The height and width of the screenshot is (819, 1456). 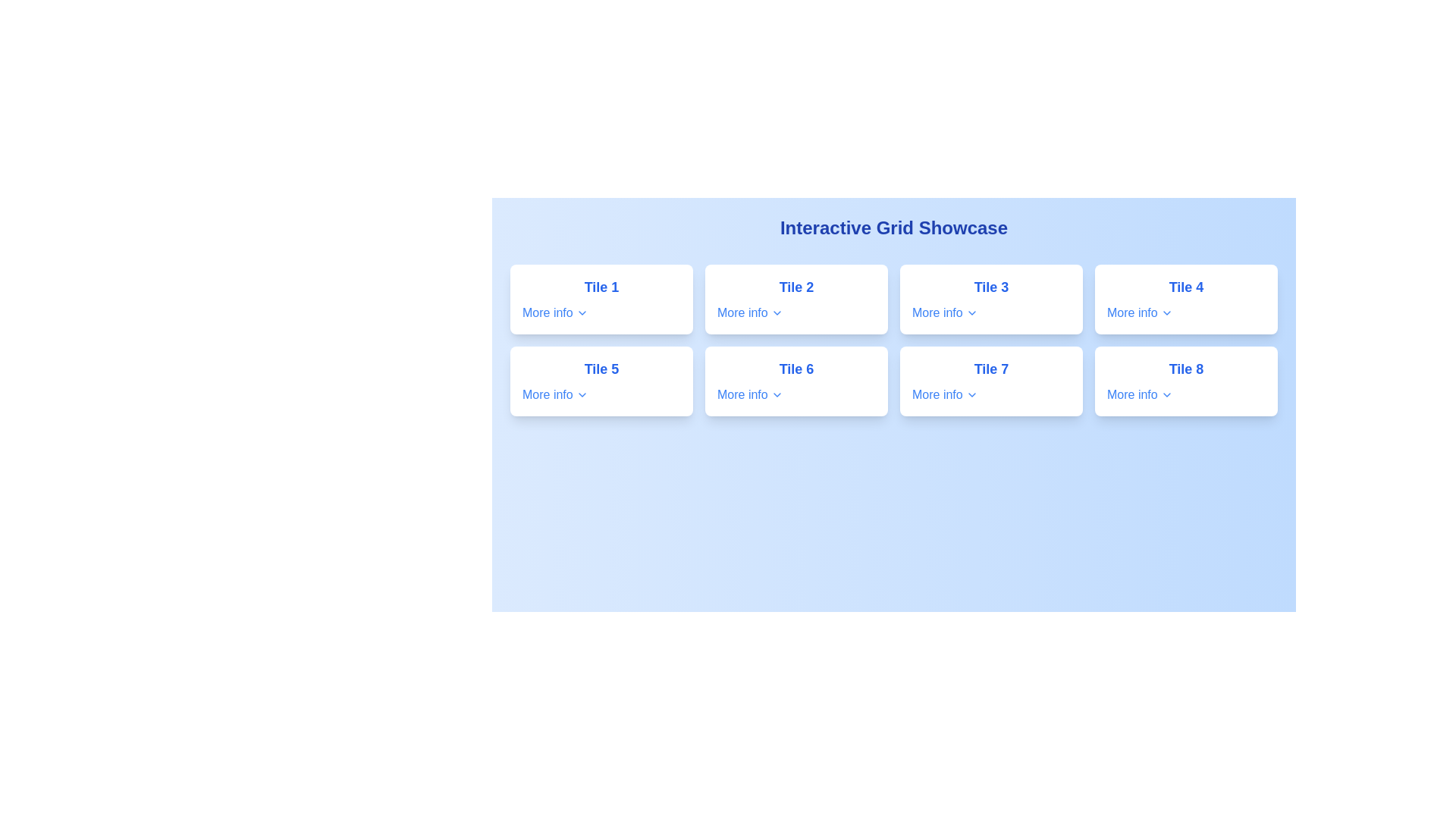 I want to click on the 'More info' interactive text within 'Tile 2' to potentially trigger a tooltip or effect, so click(x=750, y=312).